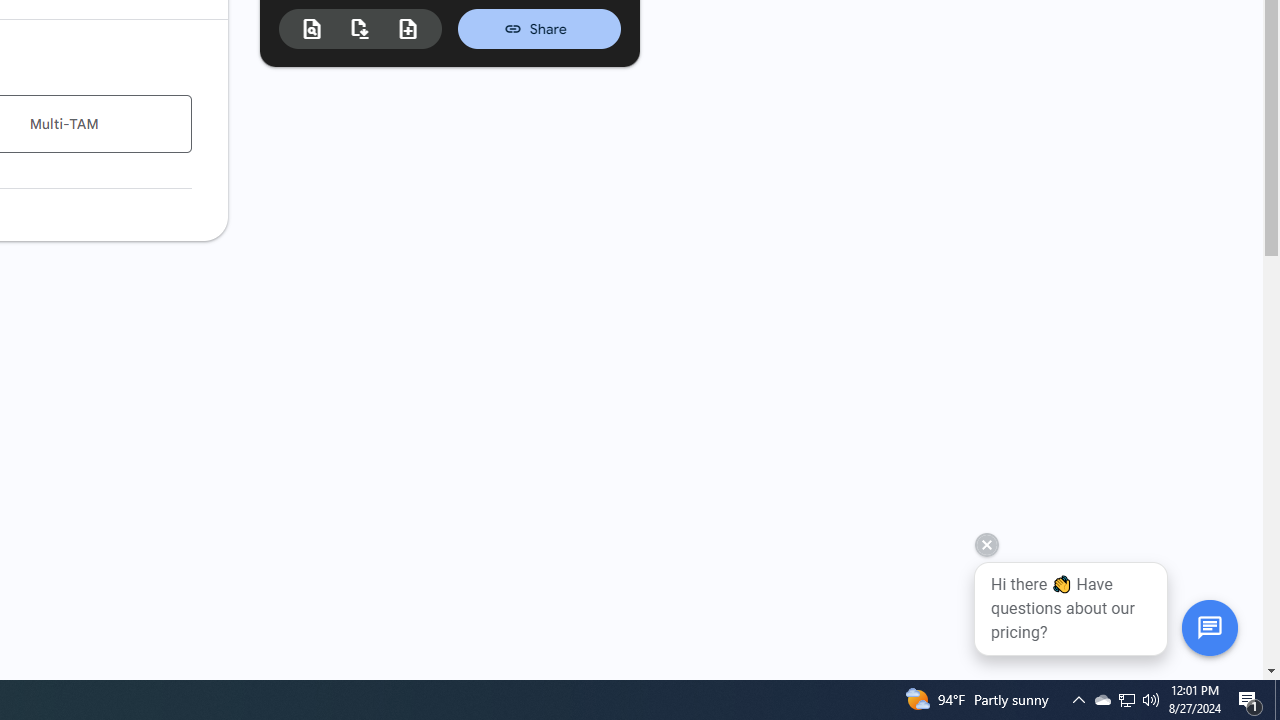 This screenshot has width=1280, height=720. What do you see at coordinates (407, 29) in the screenshot?
I see `'New estimate from duplicate'` at bounding box center [407, 29].